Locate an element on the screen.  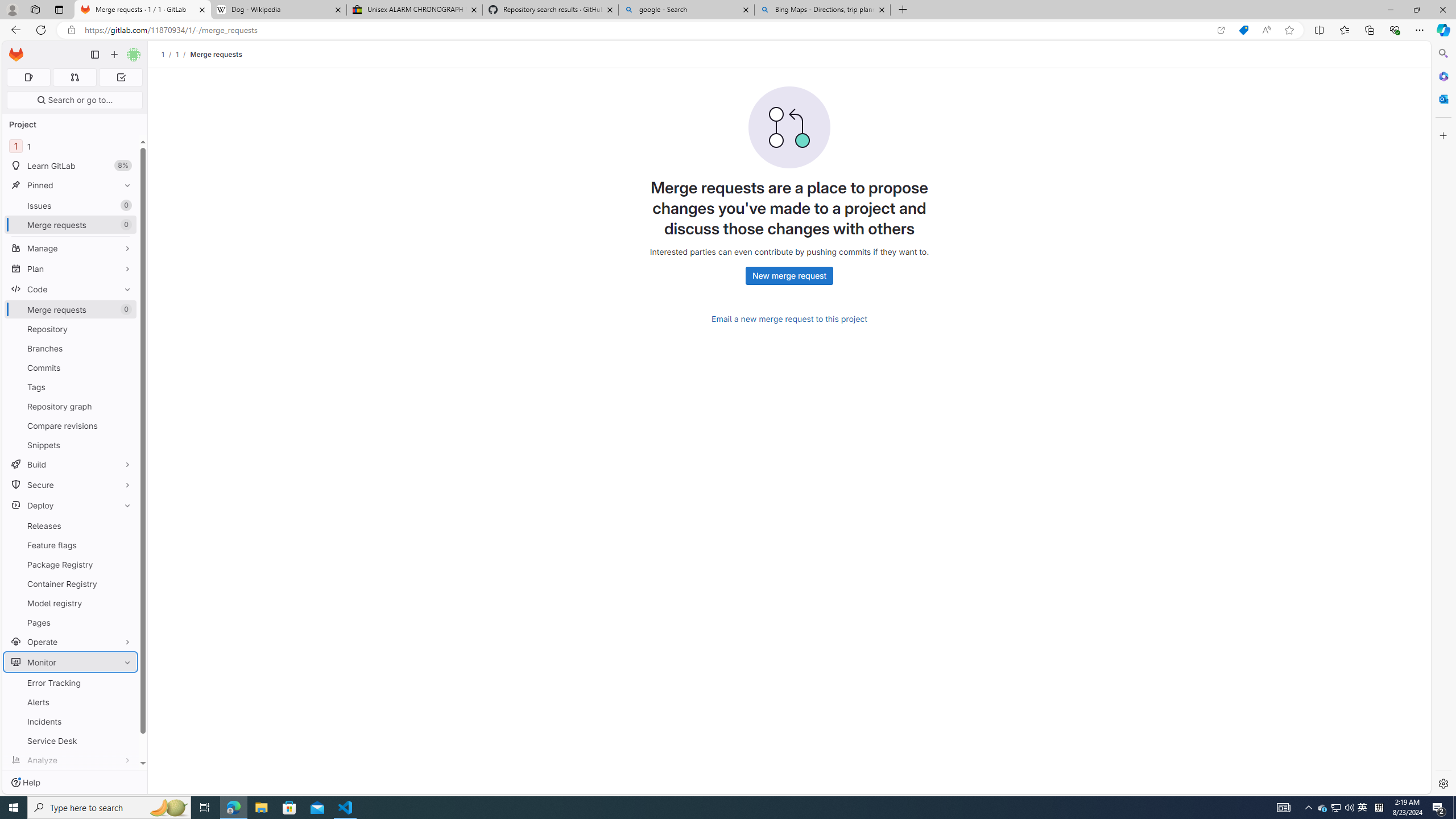
'Model registry' is located at coordinates (70, 603).